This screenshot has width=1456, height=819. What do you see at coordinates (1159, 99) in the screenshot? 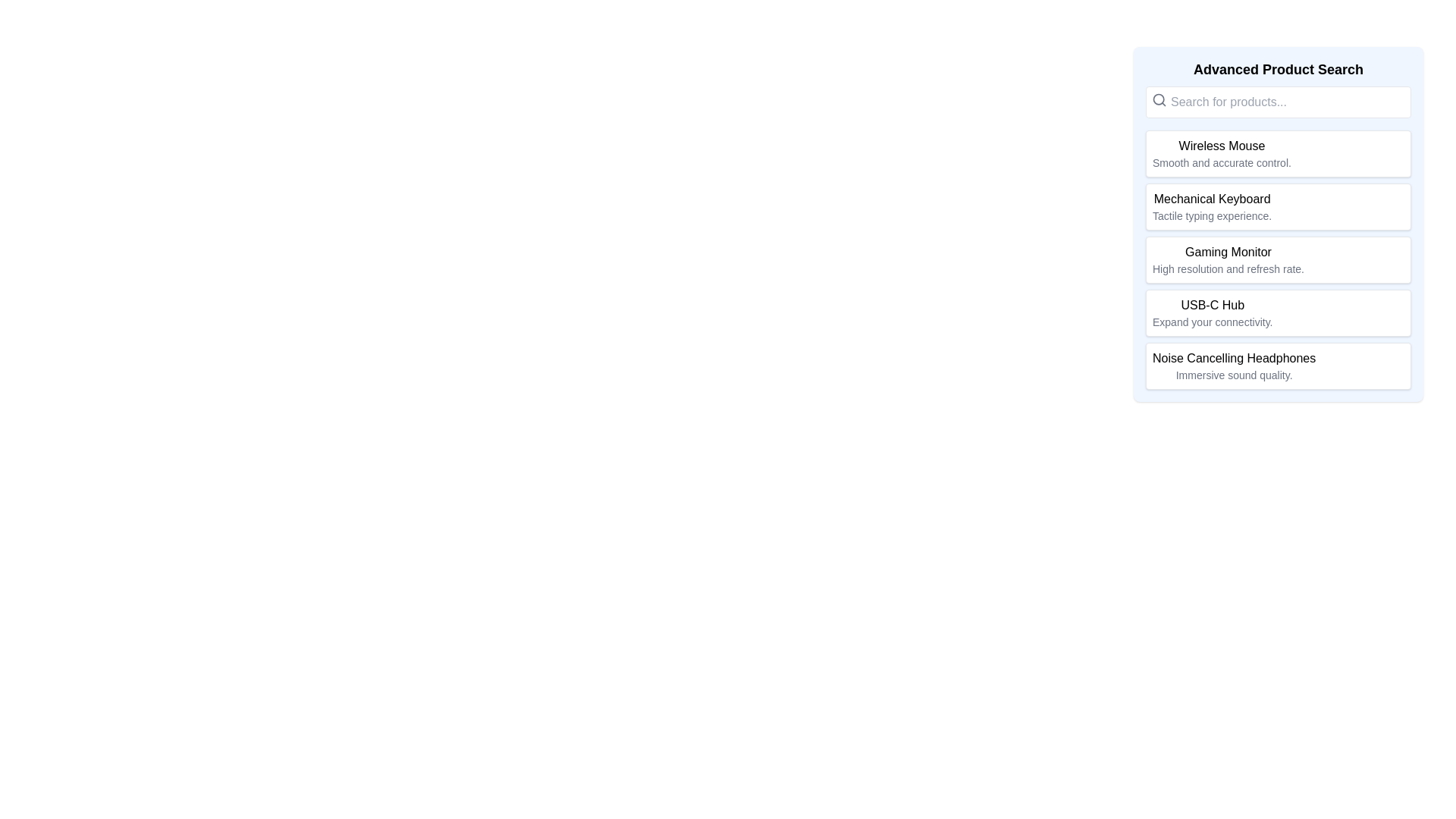
I see `the search icon located to the left of the search bar input field in the 'Advanced Product Search' section` at bounding box center [1159, 99].